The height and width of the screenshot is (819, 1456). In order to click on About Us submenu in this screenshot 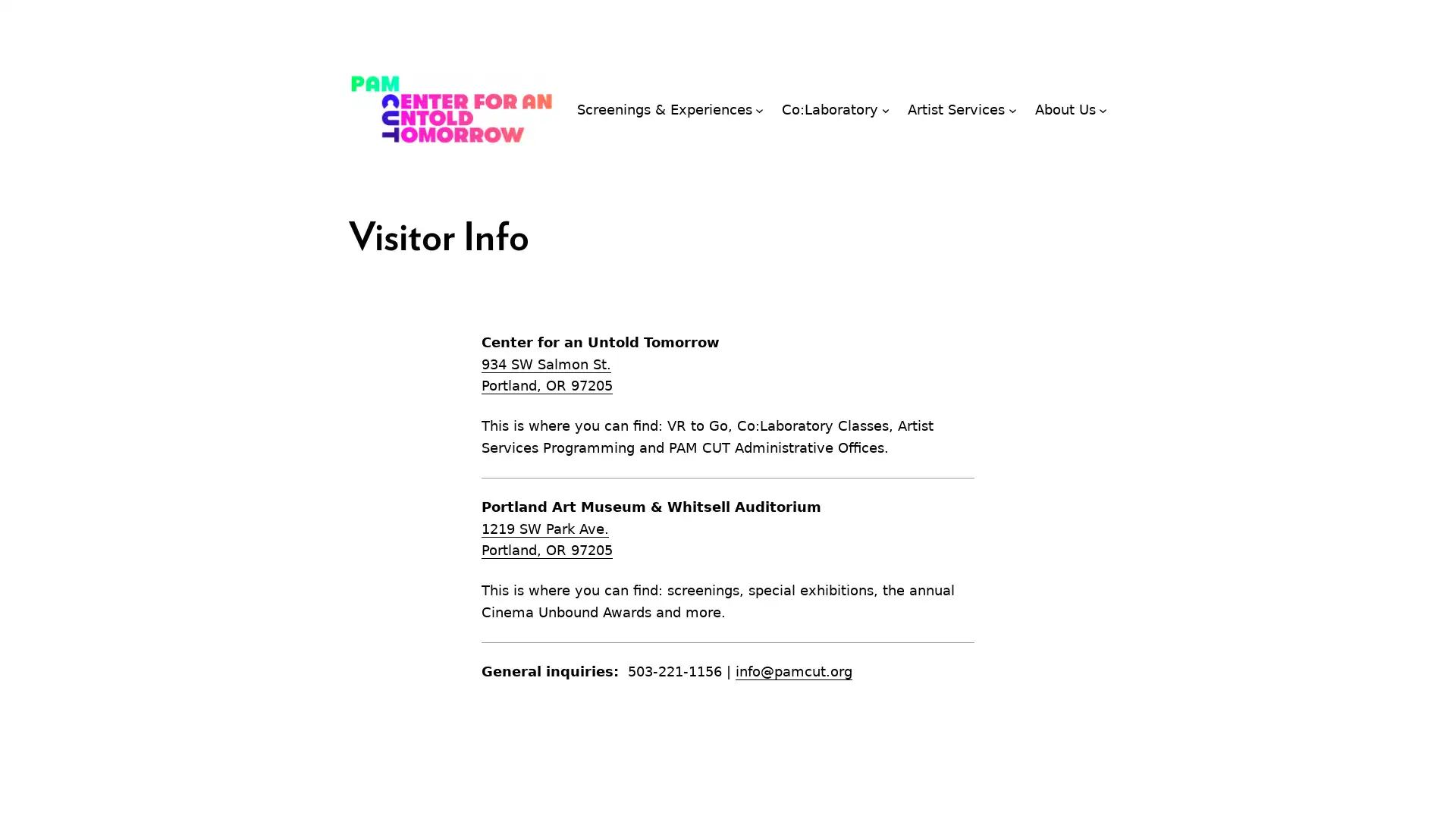, I will do `click(1103, 108)`.